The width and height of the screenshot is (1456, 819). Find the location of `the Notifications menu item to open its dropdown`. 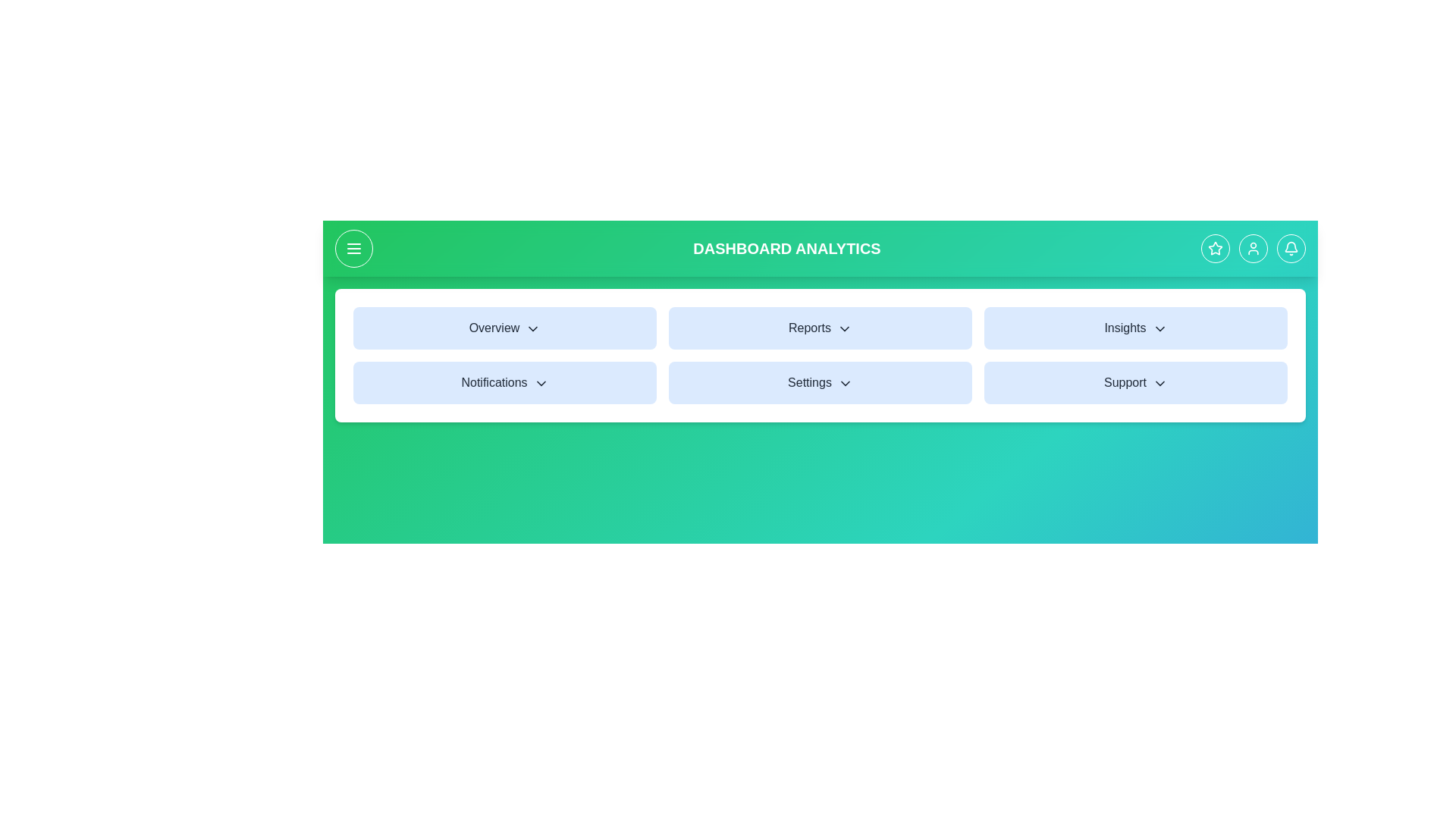

the Notifications menu item to open its dropdown is located at coordinates (505, 382).